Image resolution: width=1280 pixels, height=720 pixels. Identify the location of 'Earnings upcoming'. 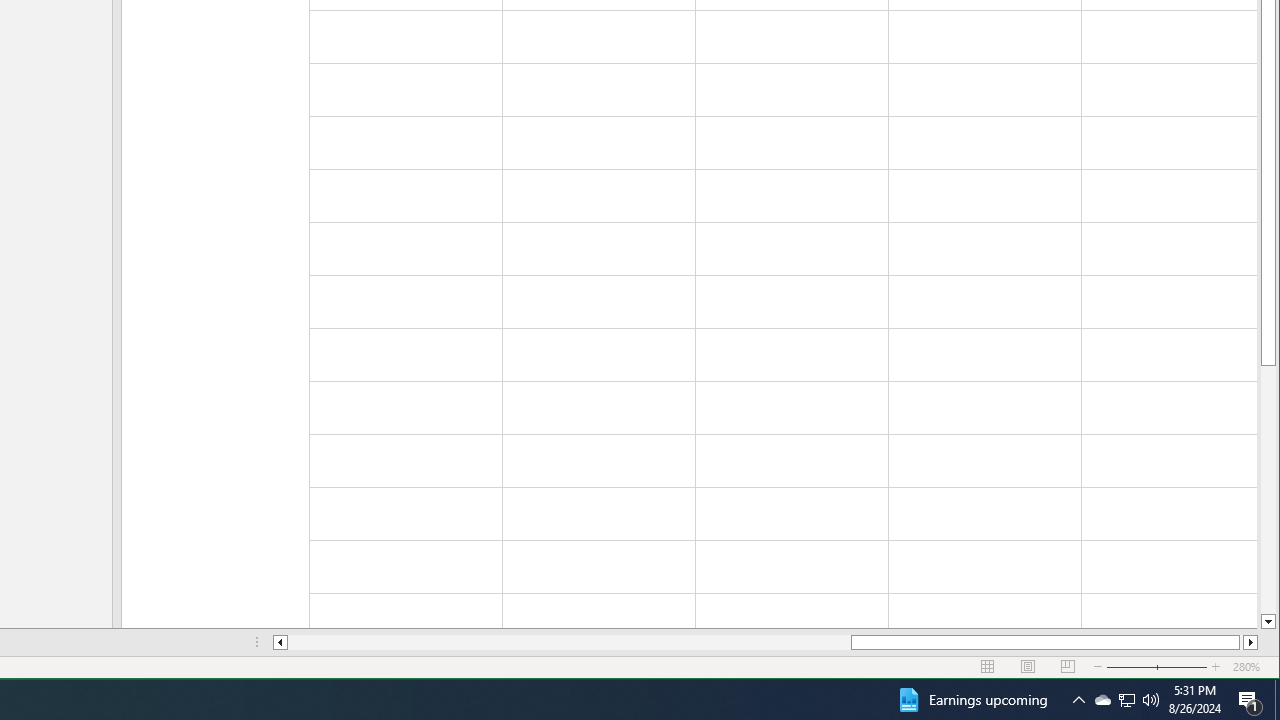
(971, 698).